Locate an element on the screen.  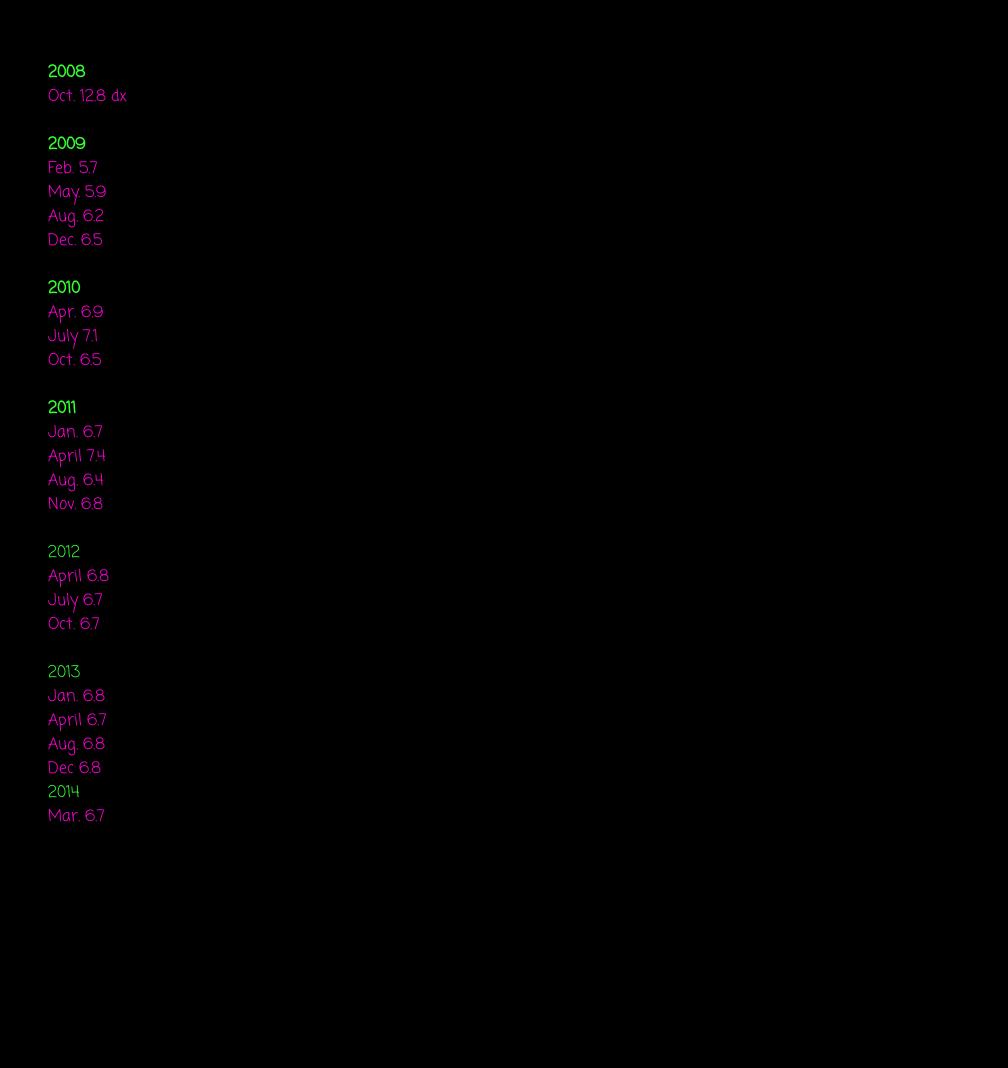
'July 6.7' is located at coordinates (75, 599).